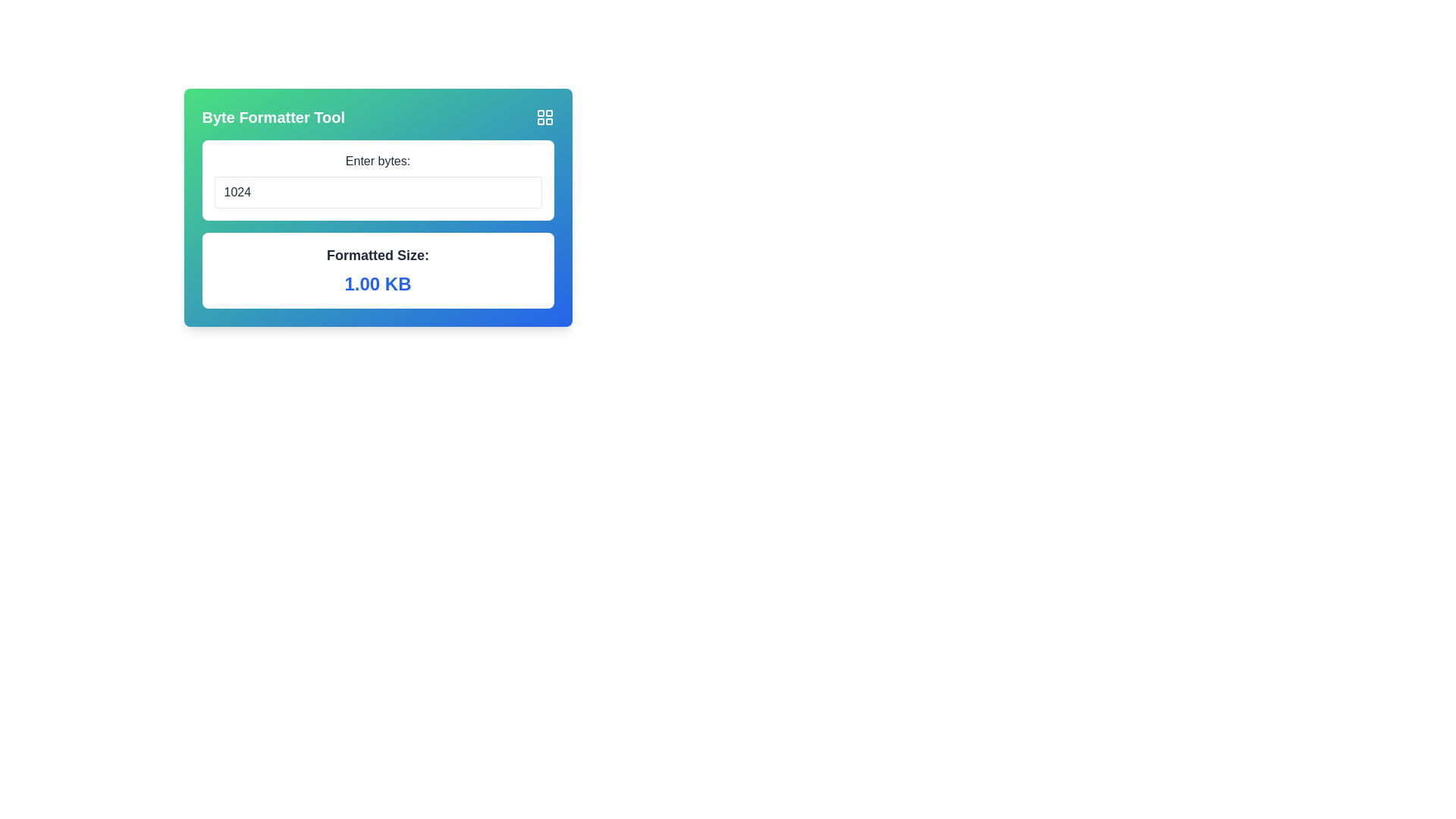  What do you see at coordinates (273, 116) in the screenshot?
I see `the header text label located at the top-left corner of the application interface to provide context to the user` at bounding box center [273, 116].